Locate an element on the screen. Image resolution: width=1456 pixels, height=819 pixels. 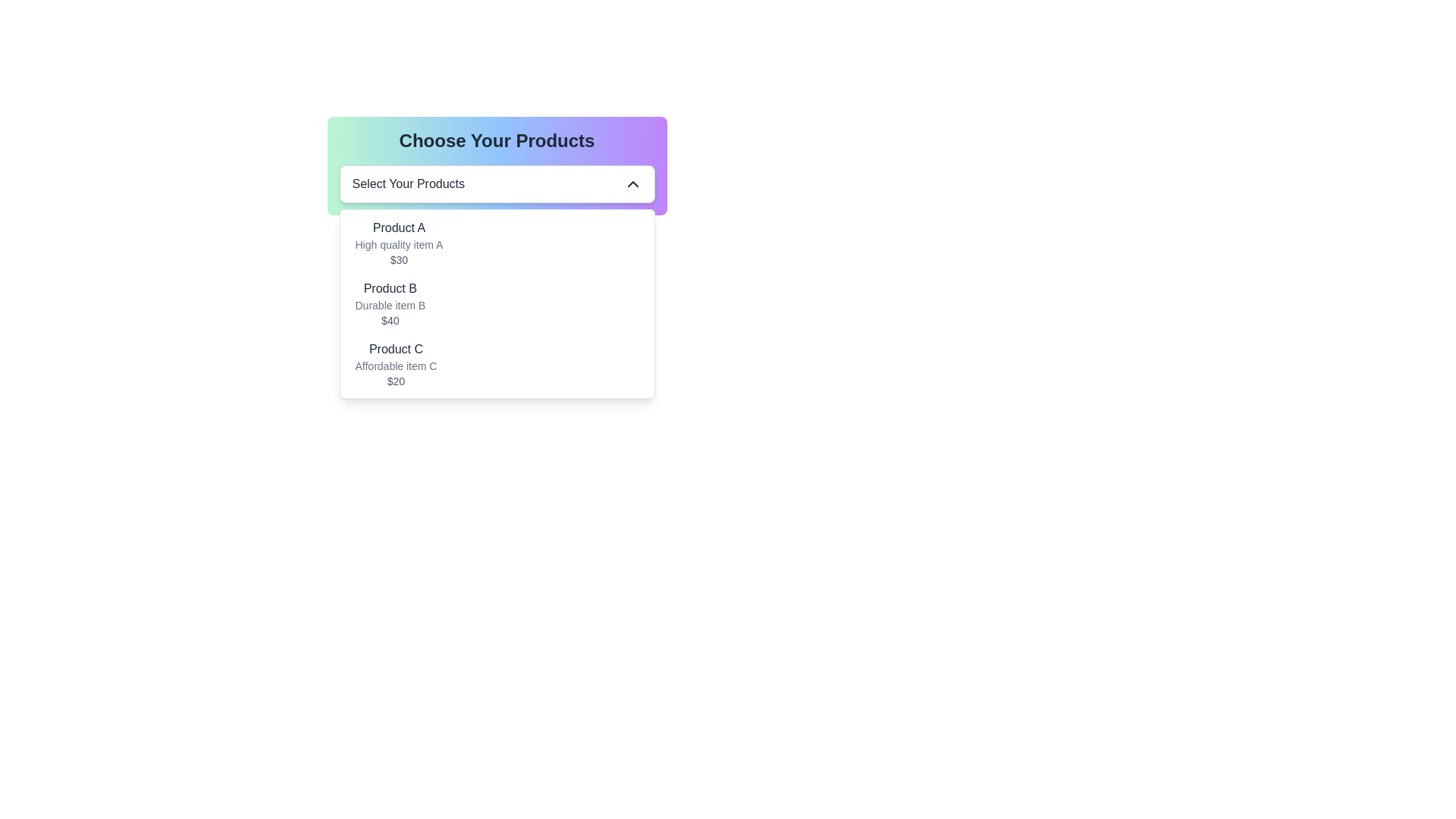
the descriptive text label located below 'Product A' and above '$30' in the dropdown menu interface is located at coordinates (399, 244).